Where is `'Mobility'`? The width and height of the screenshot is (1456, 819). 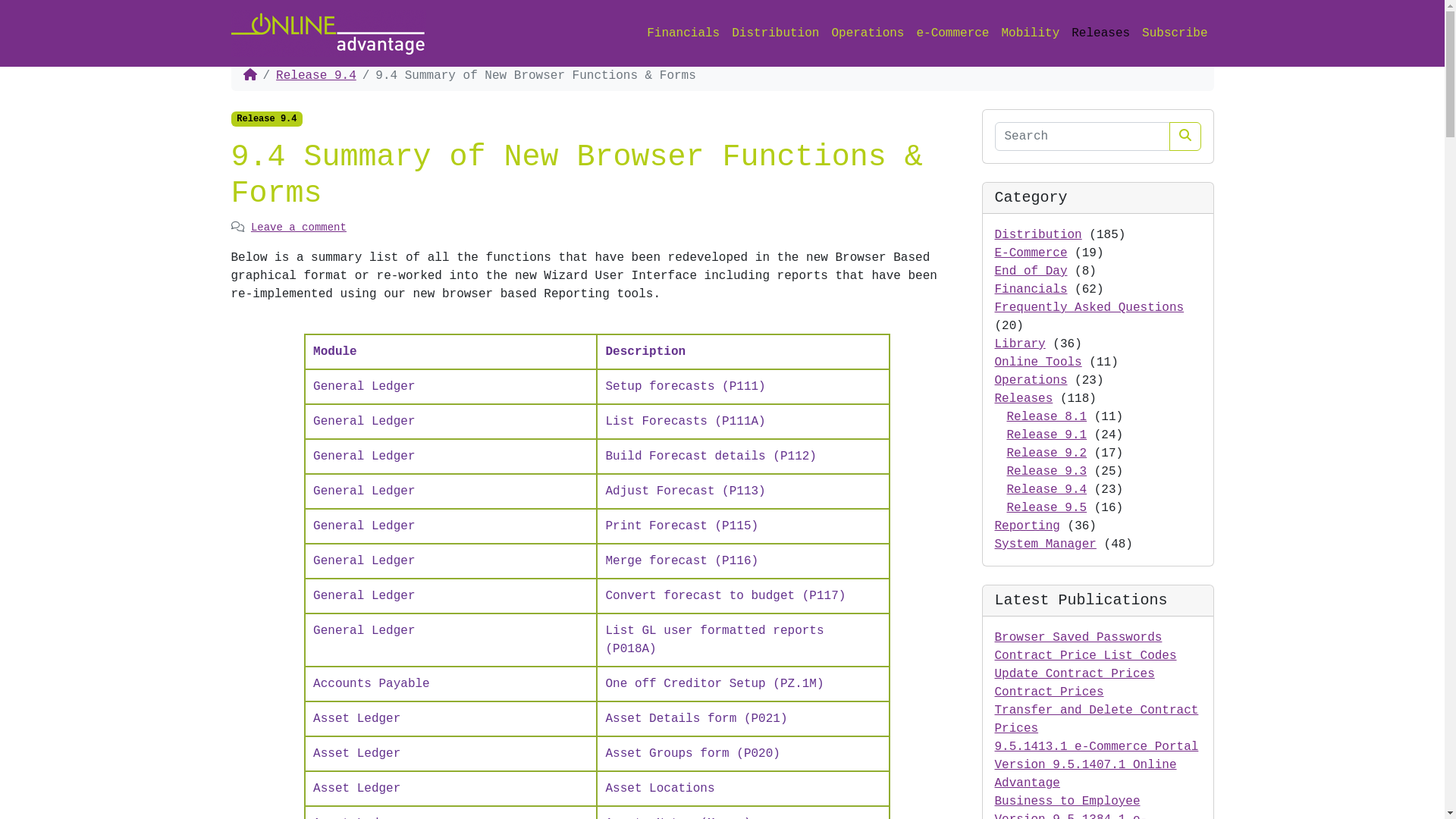
'Mobility' is located at coordinates (1030, 33).